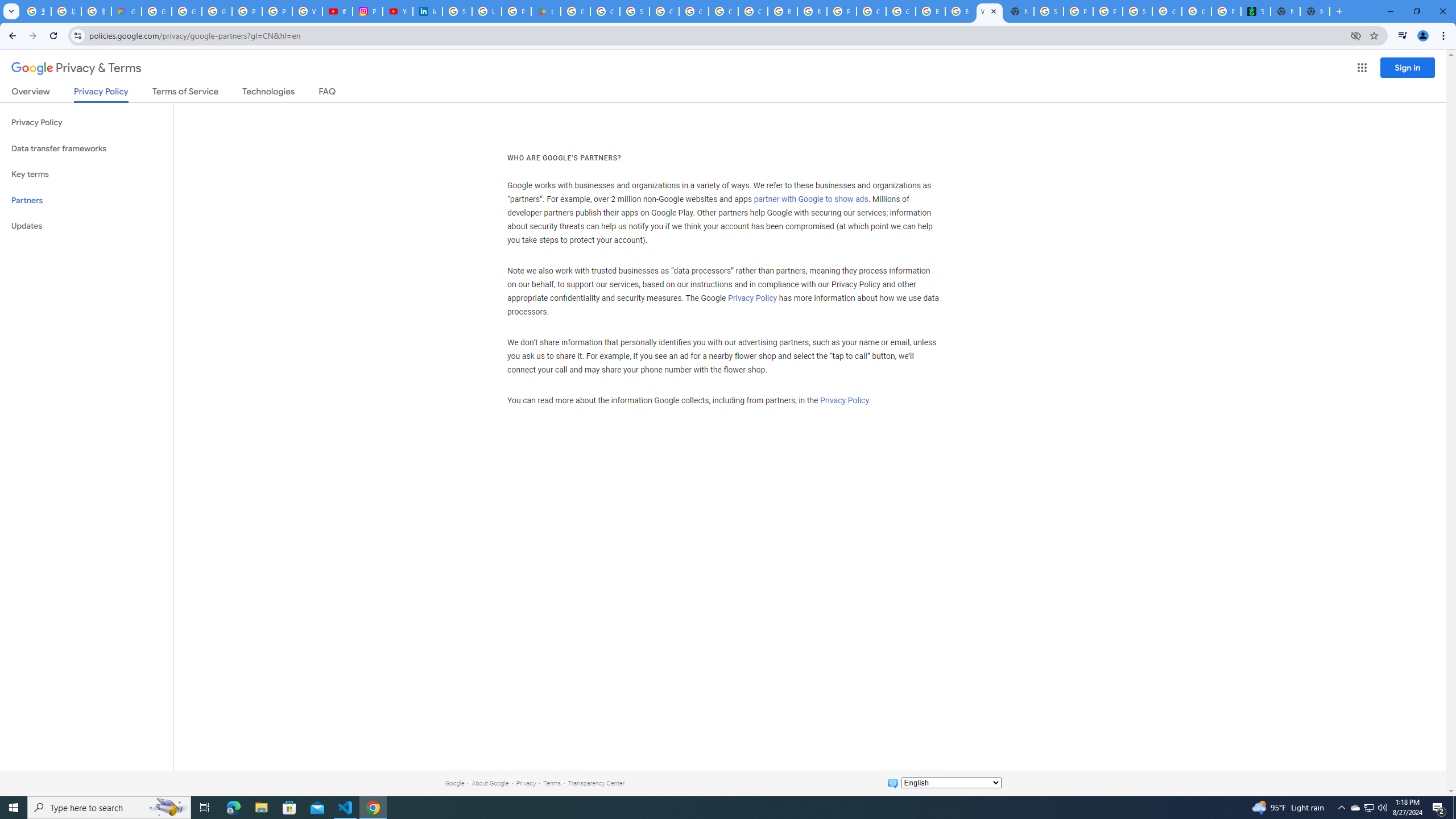 The image size is (1456, 819). Describe the element at coordinates (268, 93) in the screenshot. I see `'Technologies'` at that location.